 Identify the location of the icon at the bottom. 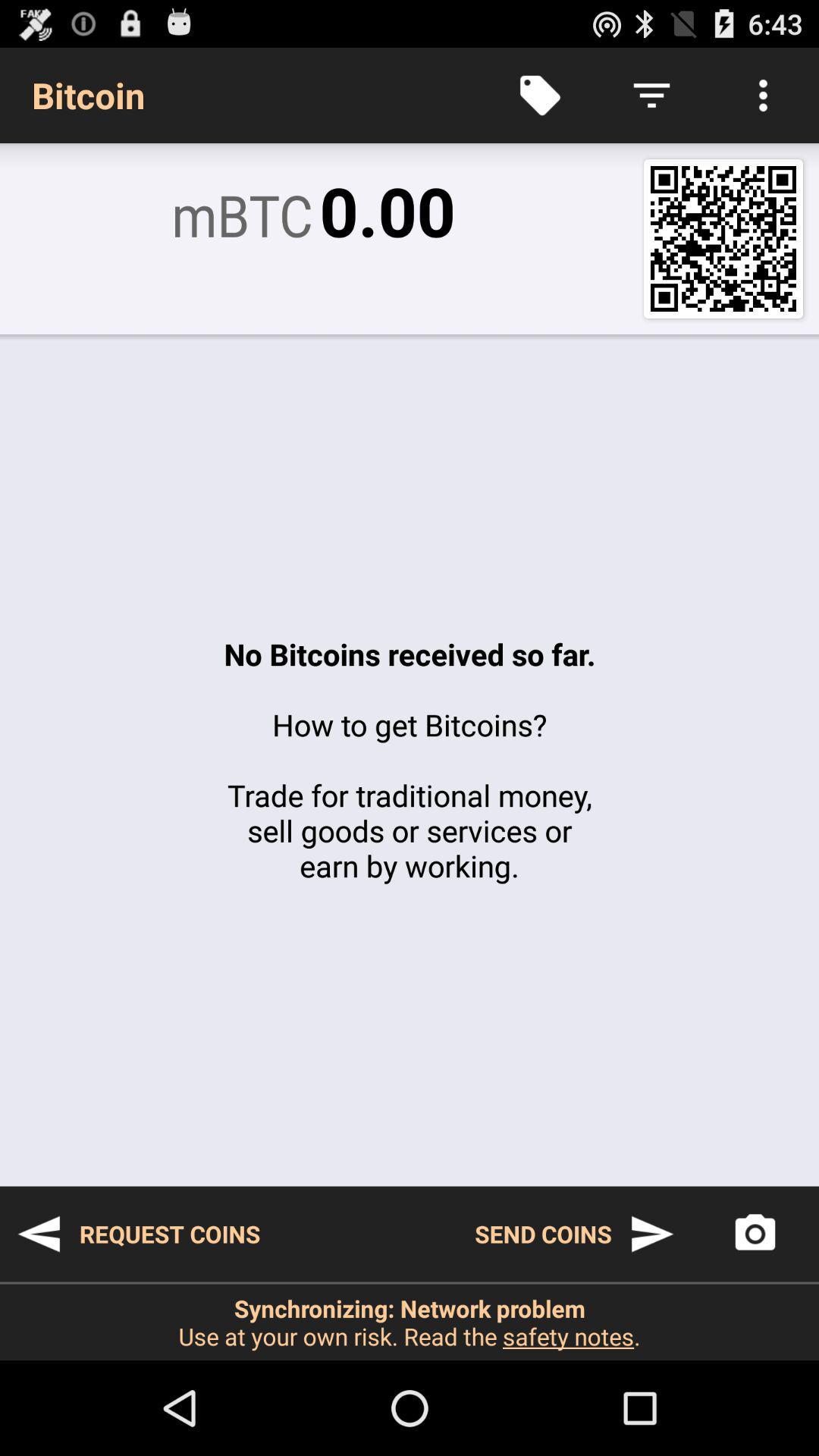
(409, 1321).